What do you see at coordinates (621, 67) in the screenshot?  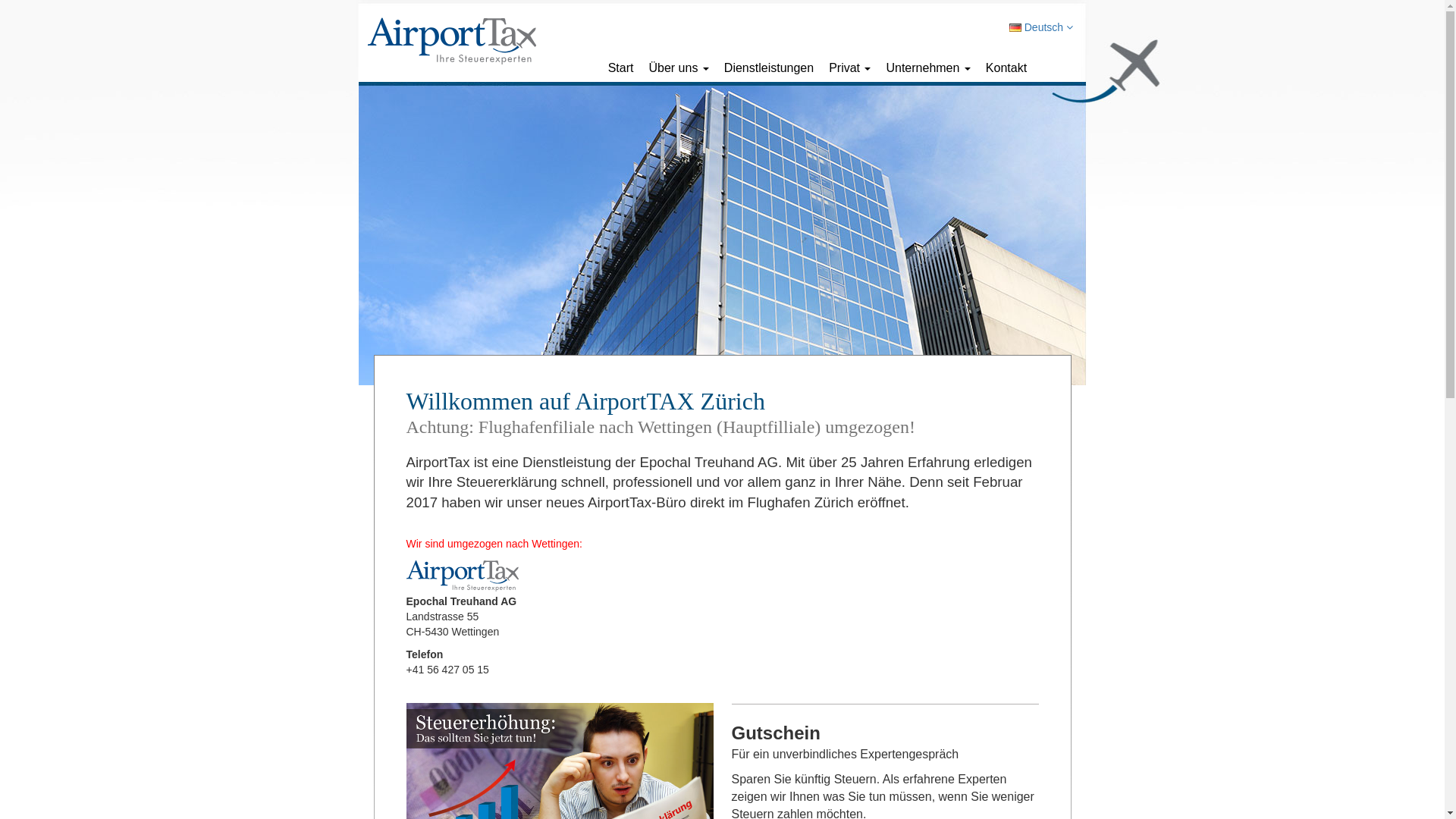 I see `'Start'` at bounding box center [621, 67].